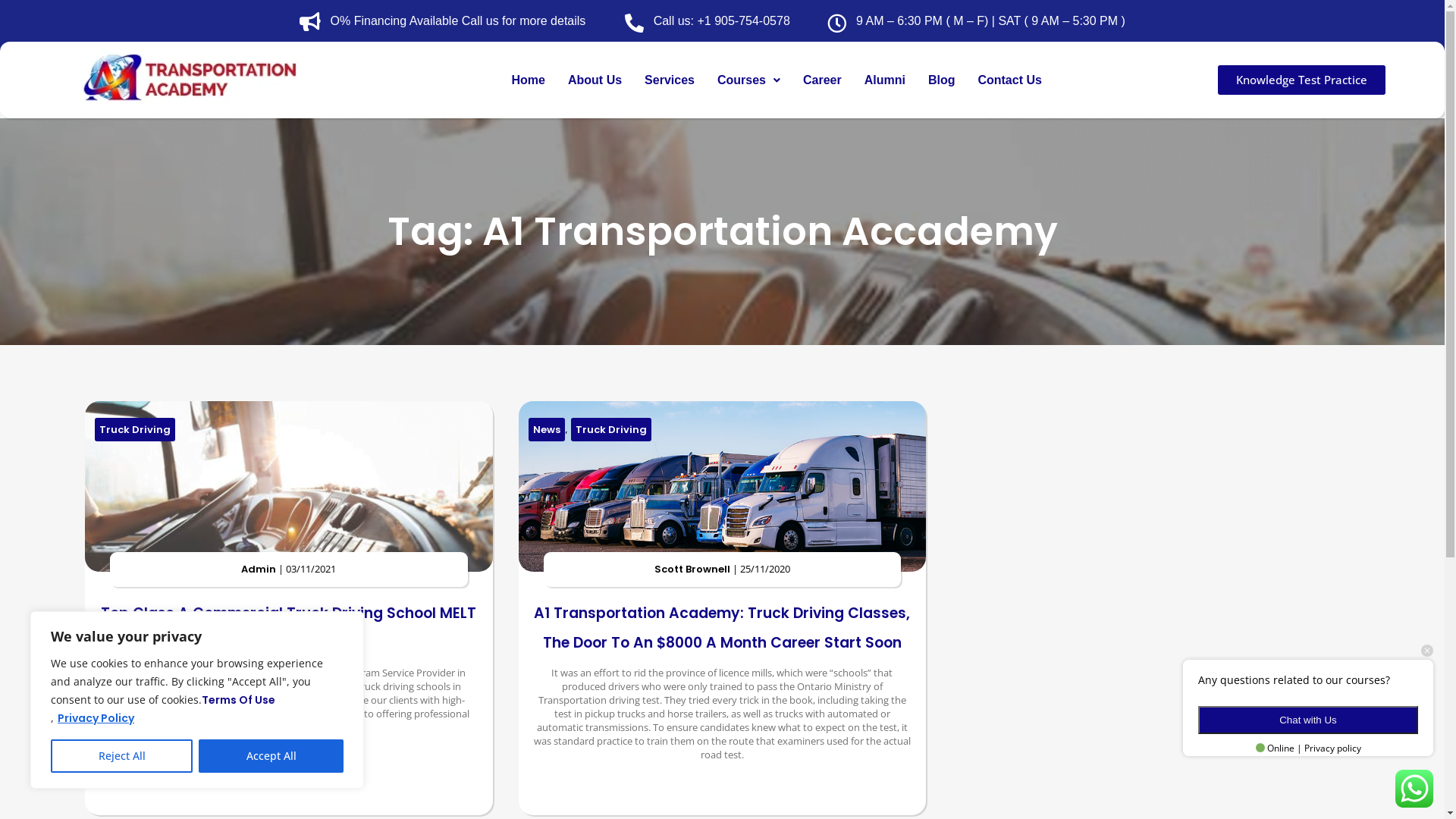 This screenshot has height=819, width=1456. Describe the element at coordinates (198, 755) in the screenshot. I see `'Accept All'` at that location.